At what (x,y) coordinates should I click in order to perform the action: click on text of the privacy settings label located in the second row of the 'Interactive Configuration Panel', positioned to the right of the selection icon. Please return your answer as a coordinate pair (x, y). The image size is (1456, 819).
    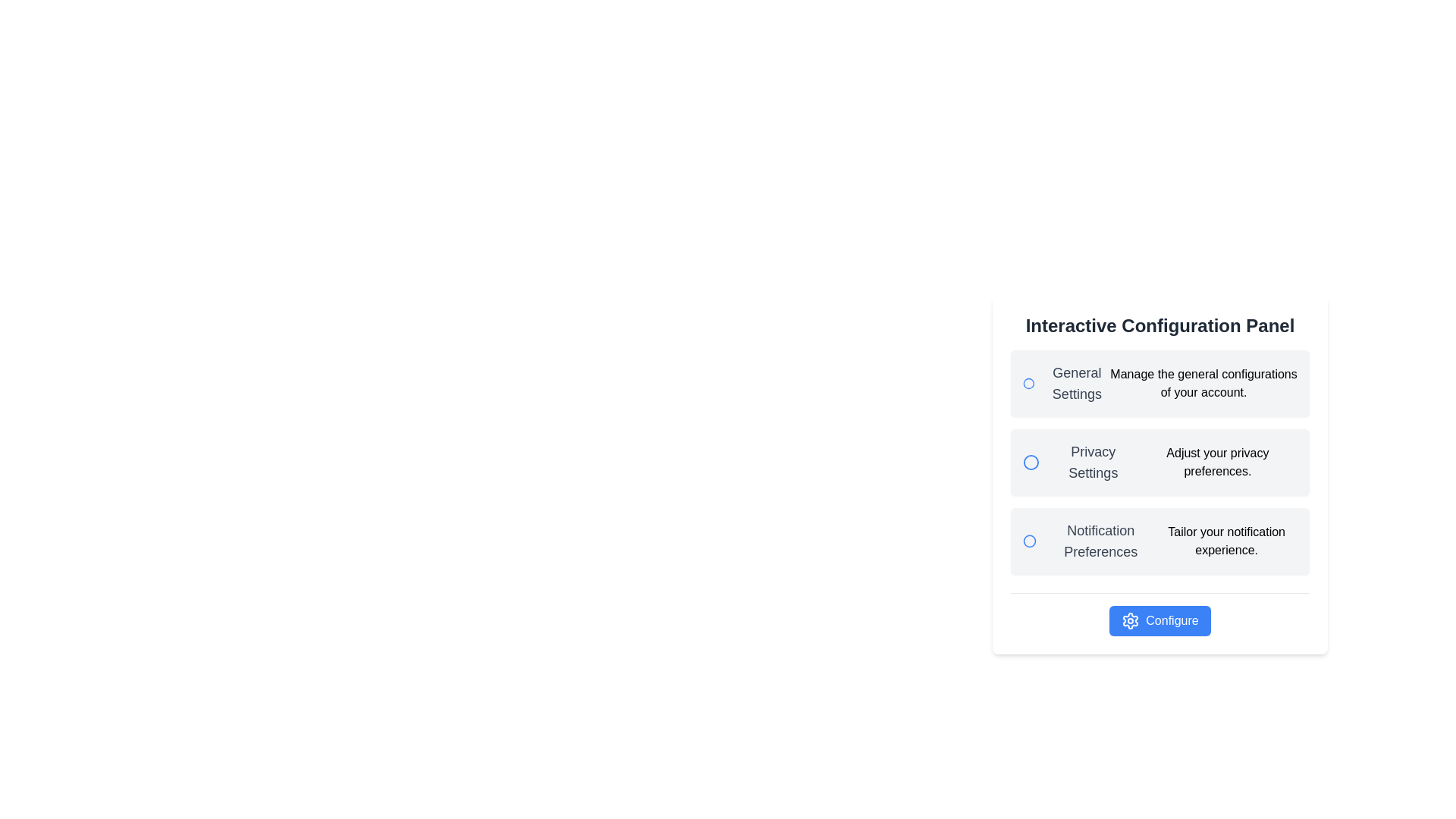
    Looking at the image, I should click on (1093, 461).